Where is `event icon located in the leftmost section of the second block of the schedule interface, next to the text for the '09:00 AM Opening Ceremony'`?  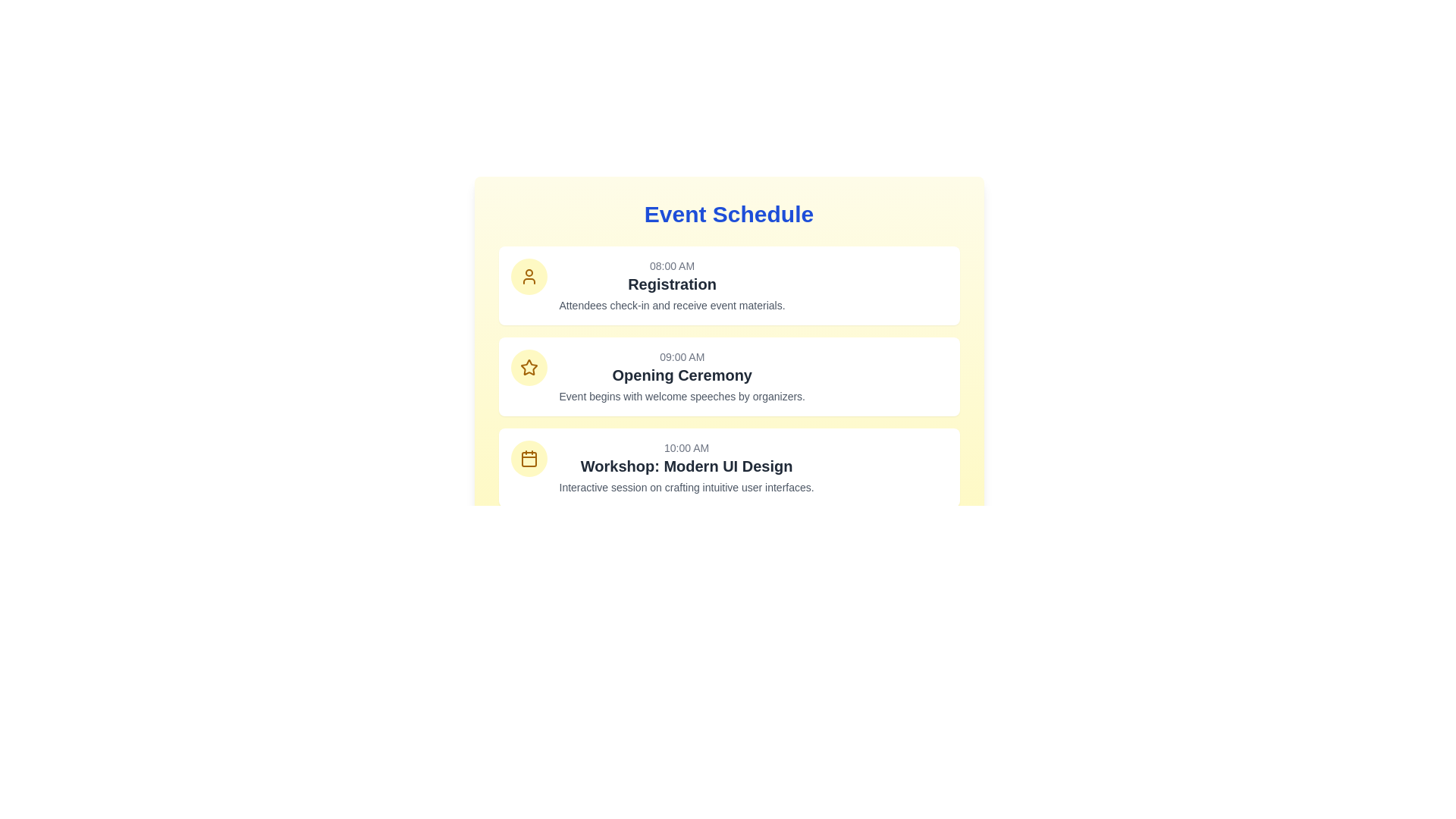
event icon located in the leftmost section of the second block of the schedule interface, next to the text for the '09:00 AM Opening Ceremony' is located at coordinates (529, 368).